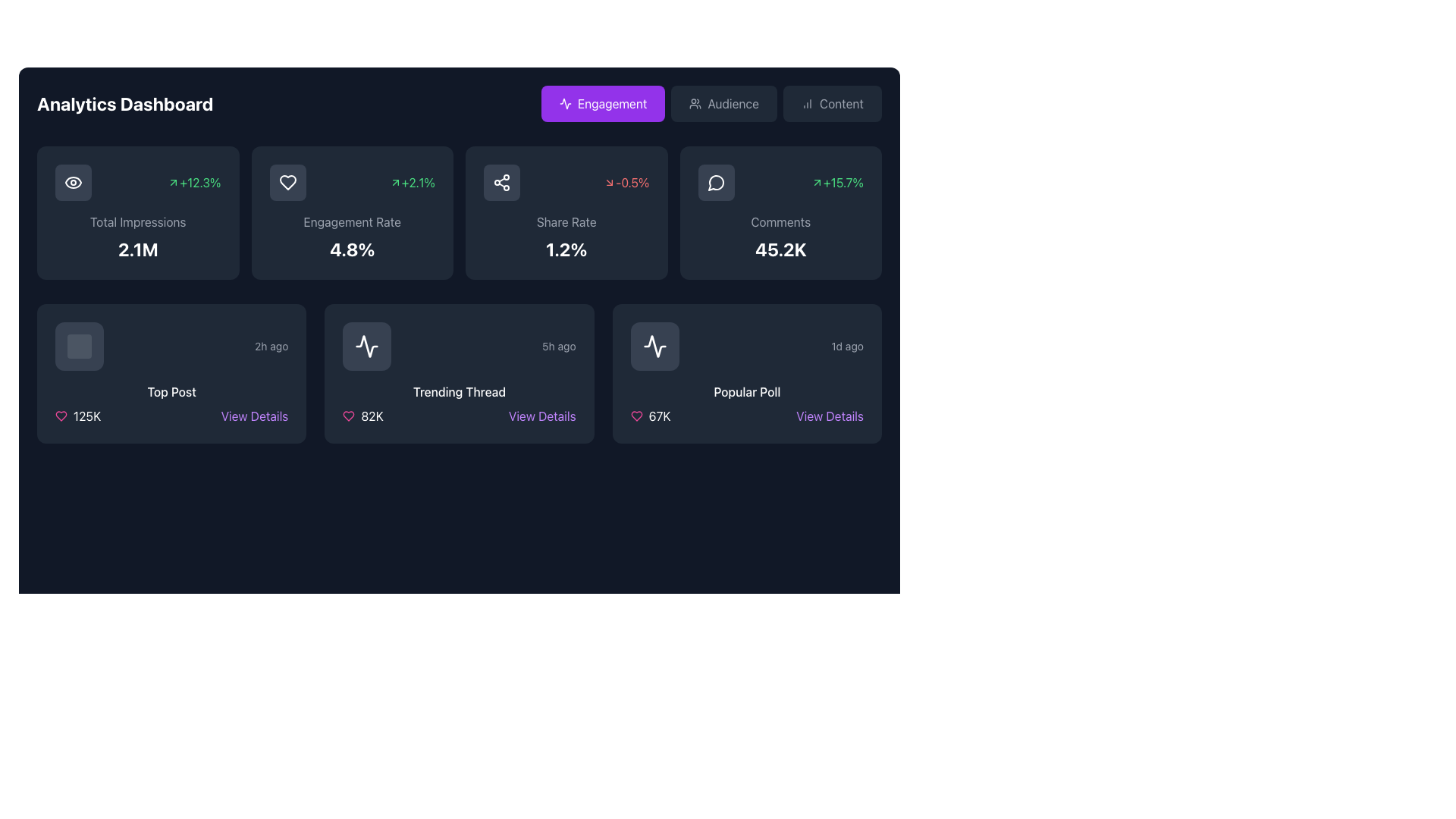  I want to click on the 'Audience' button in the top right area of the Analytics Dashboard header, so click(711, 103).